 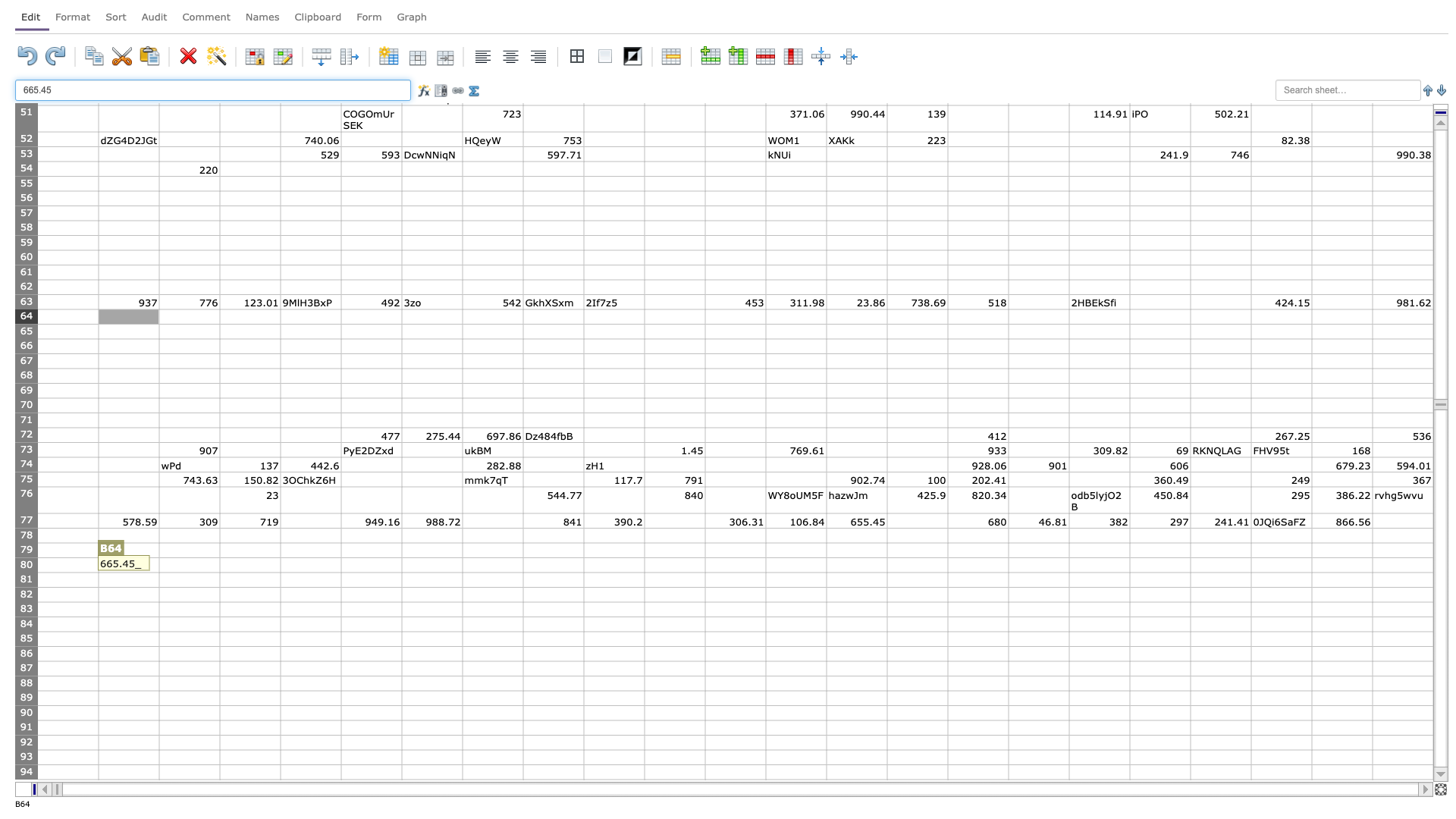 I want to click on top left corner of D80, so click(x=218, y=557).